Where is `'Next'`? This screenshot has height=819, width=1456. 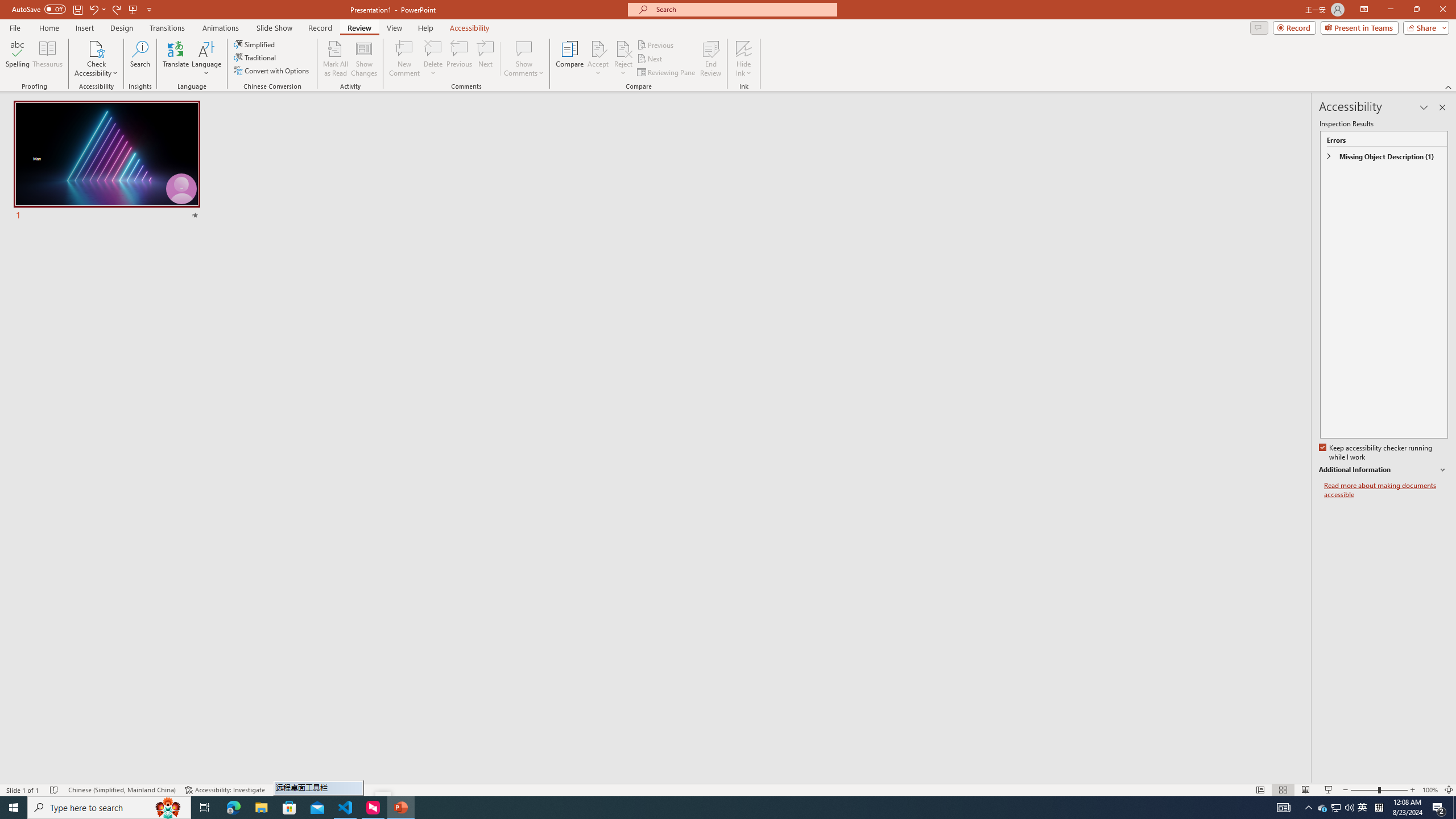
'Next' is located at coordinates (650, 59).